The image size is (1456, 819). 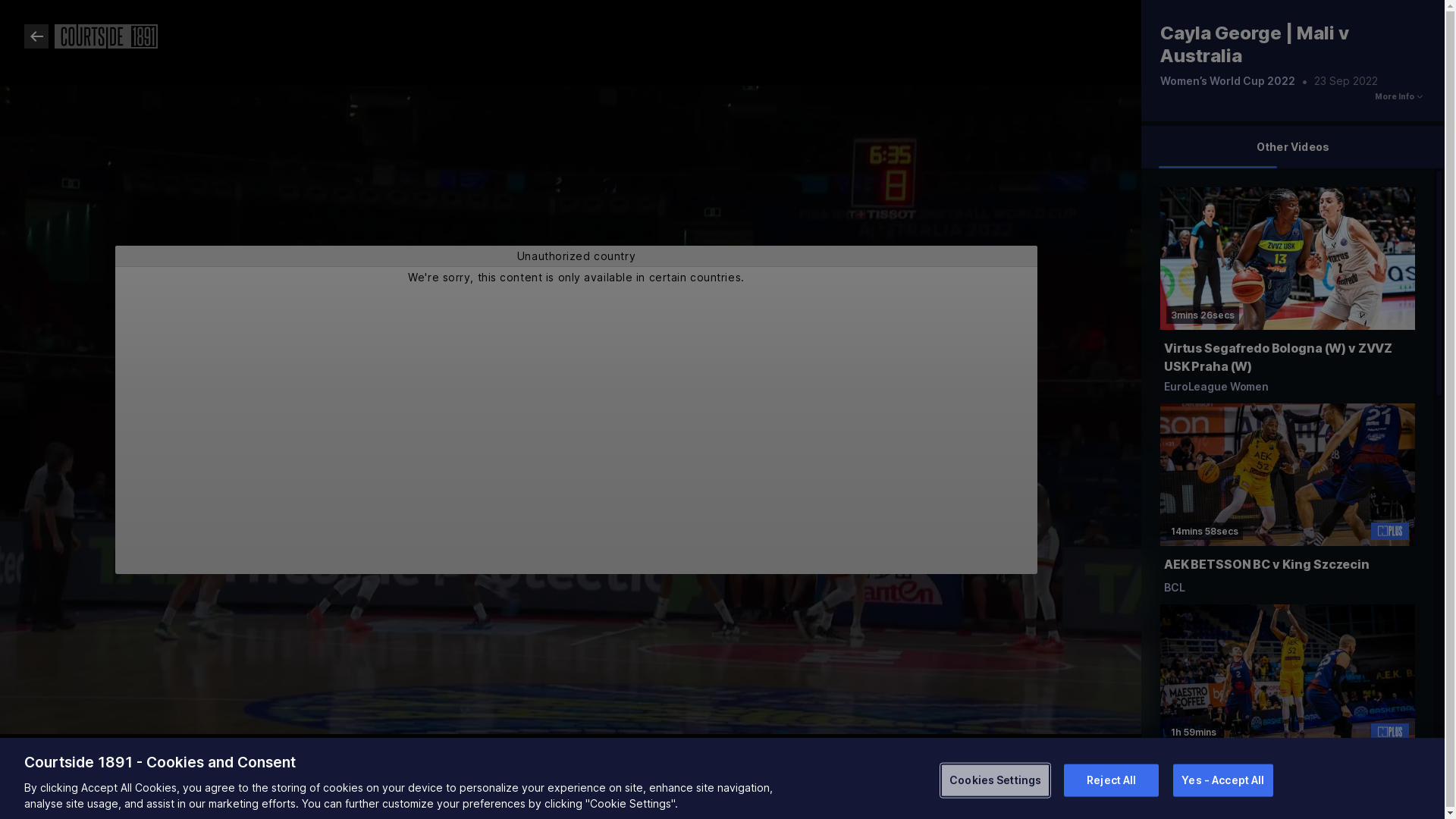 I want to click on '14mins 58secs, so click(x=1287, y=504).